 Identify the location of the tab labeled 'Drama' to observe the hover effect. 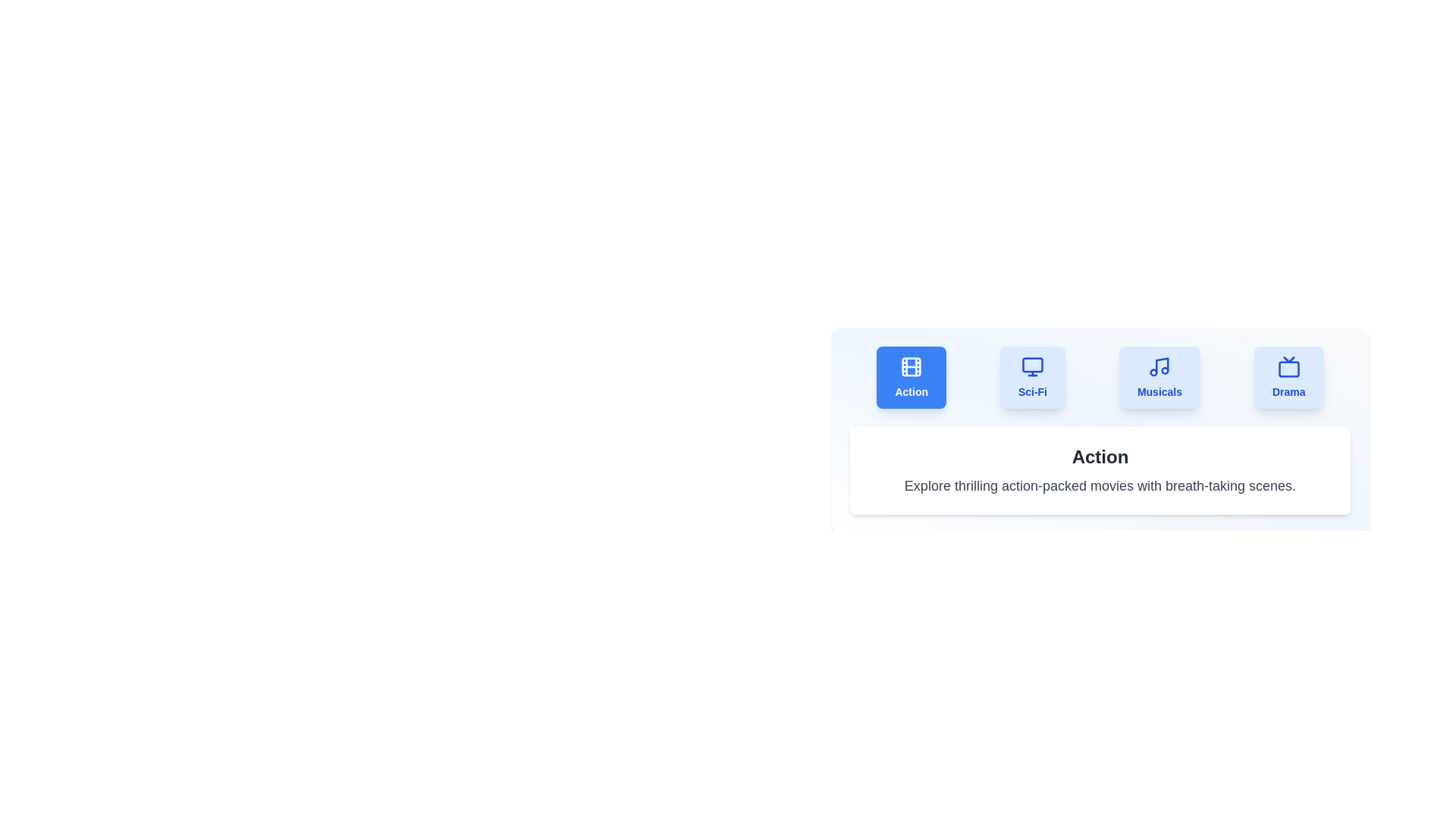
(1288, 376).